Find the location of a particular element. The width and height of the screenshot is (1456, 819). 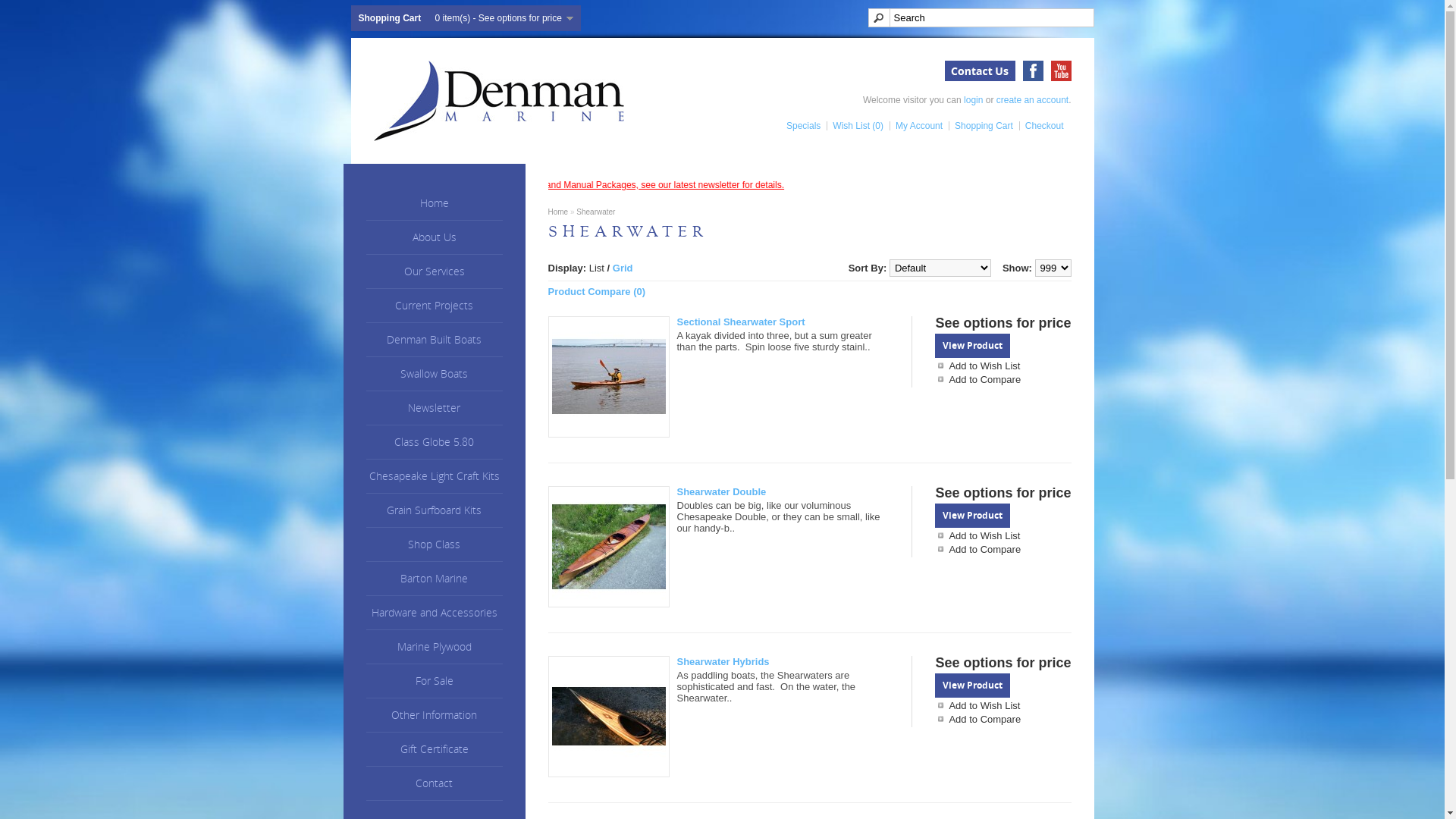

'Sectional Shearwater Sport' is located at coordinates (607, 376).